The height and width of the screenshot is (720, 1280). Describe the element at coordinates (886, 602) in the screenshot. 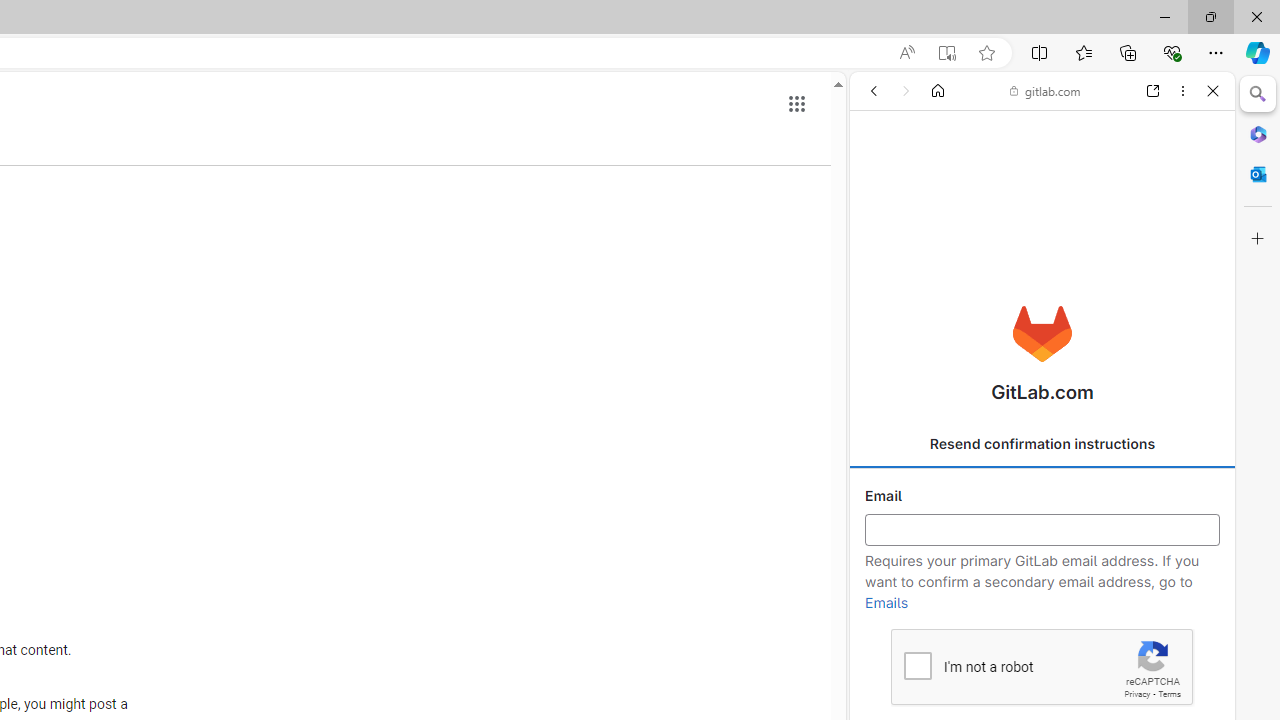

I see `'Emails'` at that location.